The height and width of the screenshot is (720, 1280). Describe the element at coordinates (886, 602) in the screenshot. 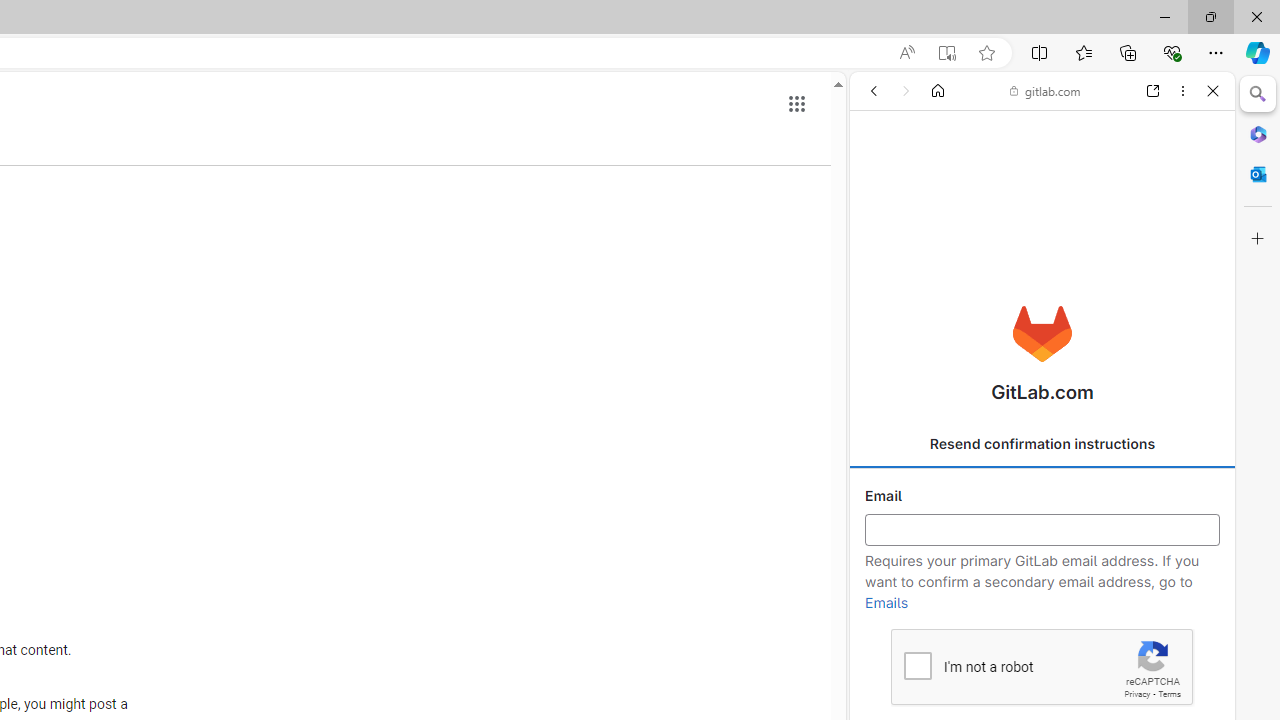

I see `'Emails'` at that location.